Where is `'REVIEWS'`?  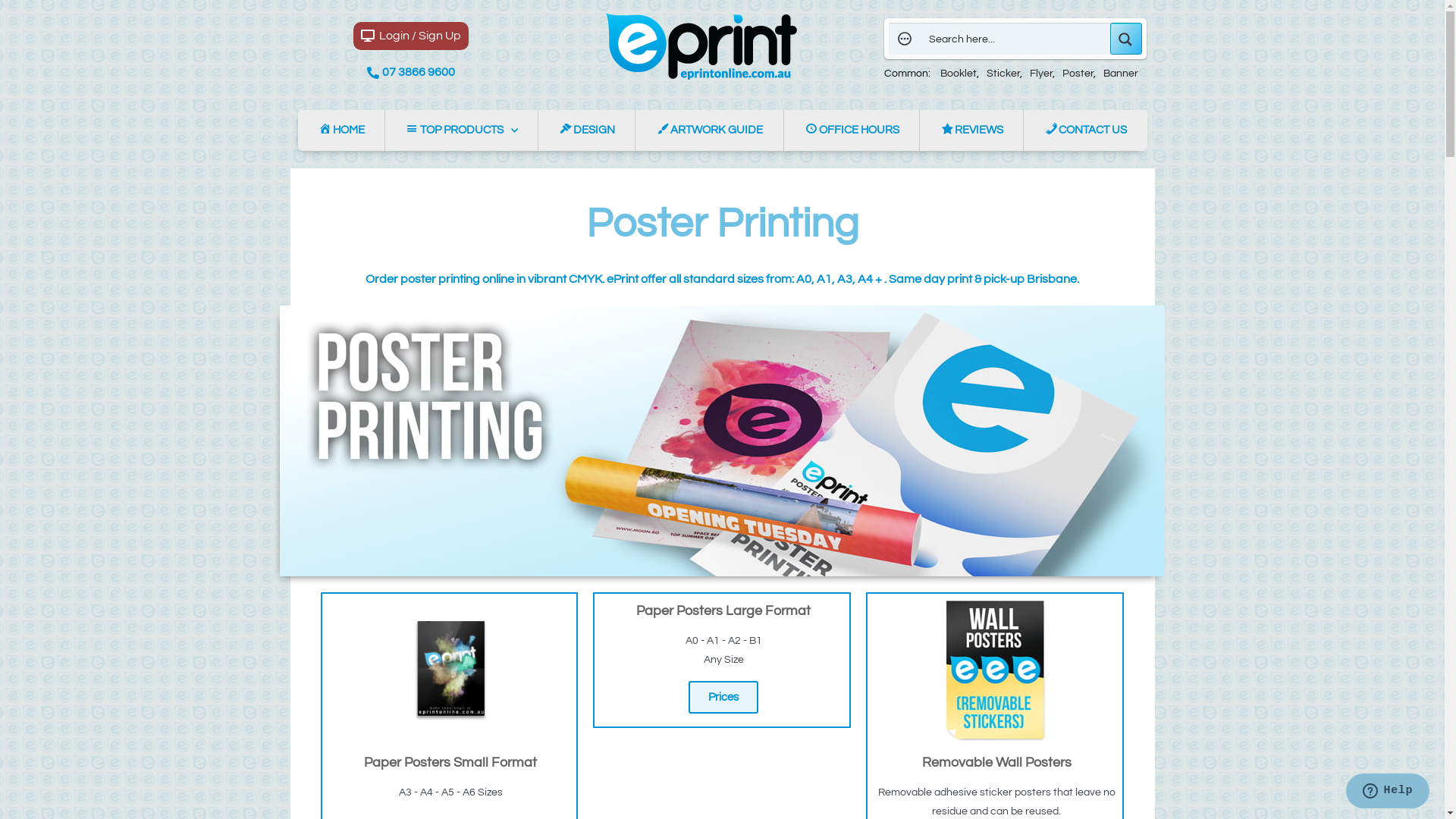 'REVIEWS' is located at coordinates (971, 130).